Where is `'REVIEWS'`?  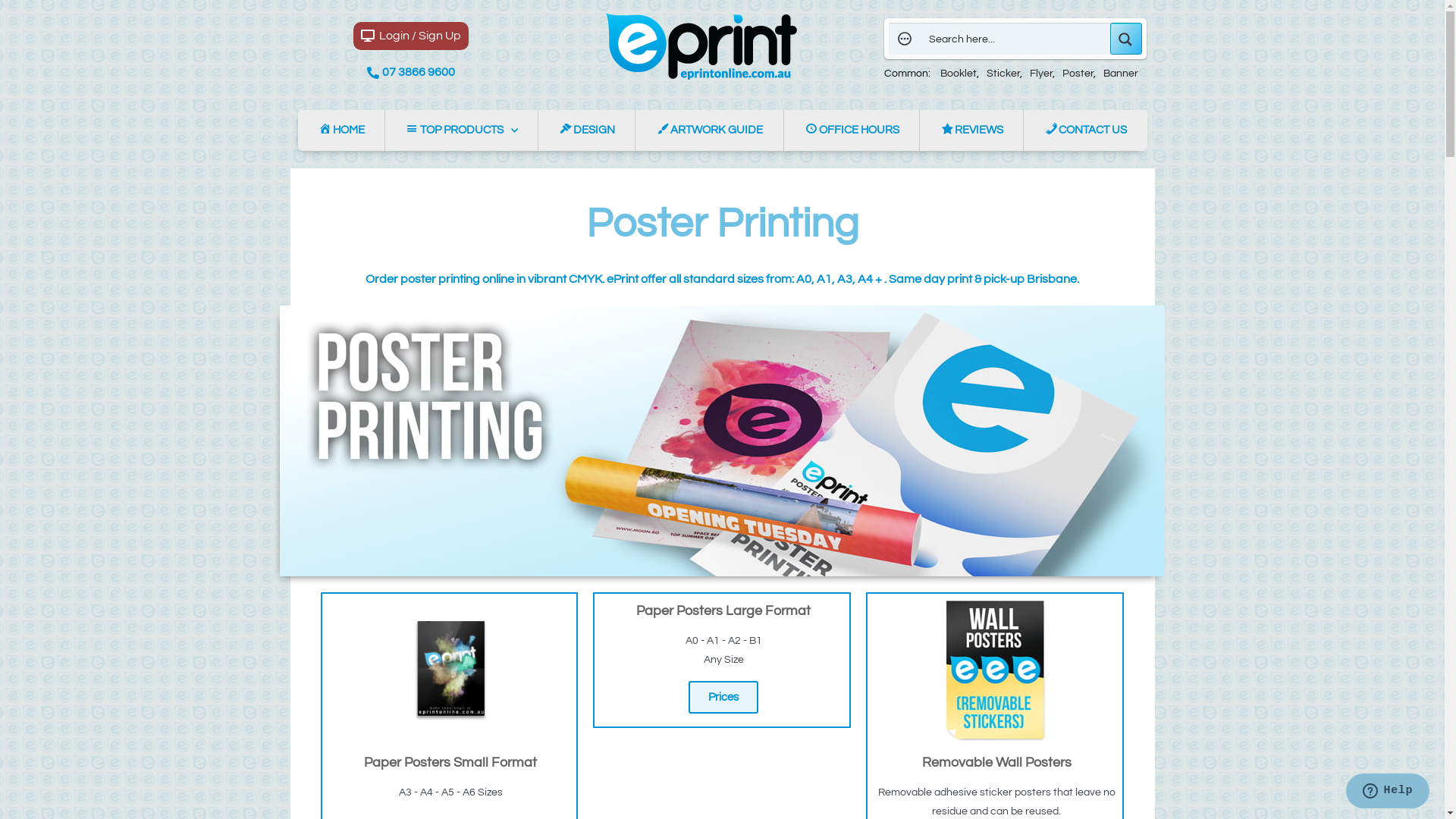 'REVIEWS' is located at coordinates (971, 130).